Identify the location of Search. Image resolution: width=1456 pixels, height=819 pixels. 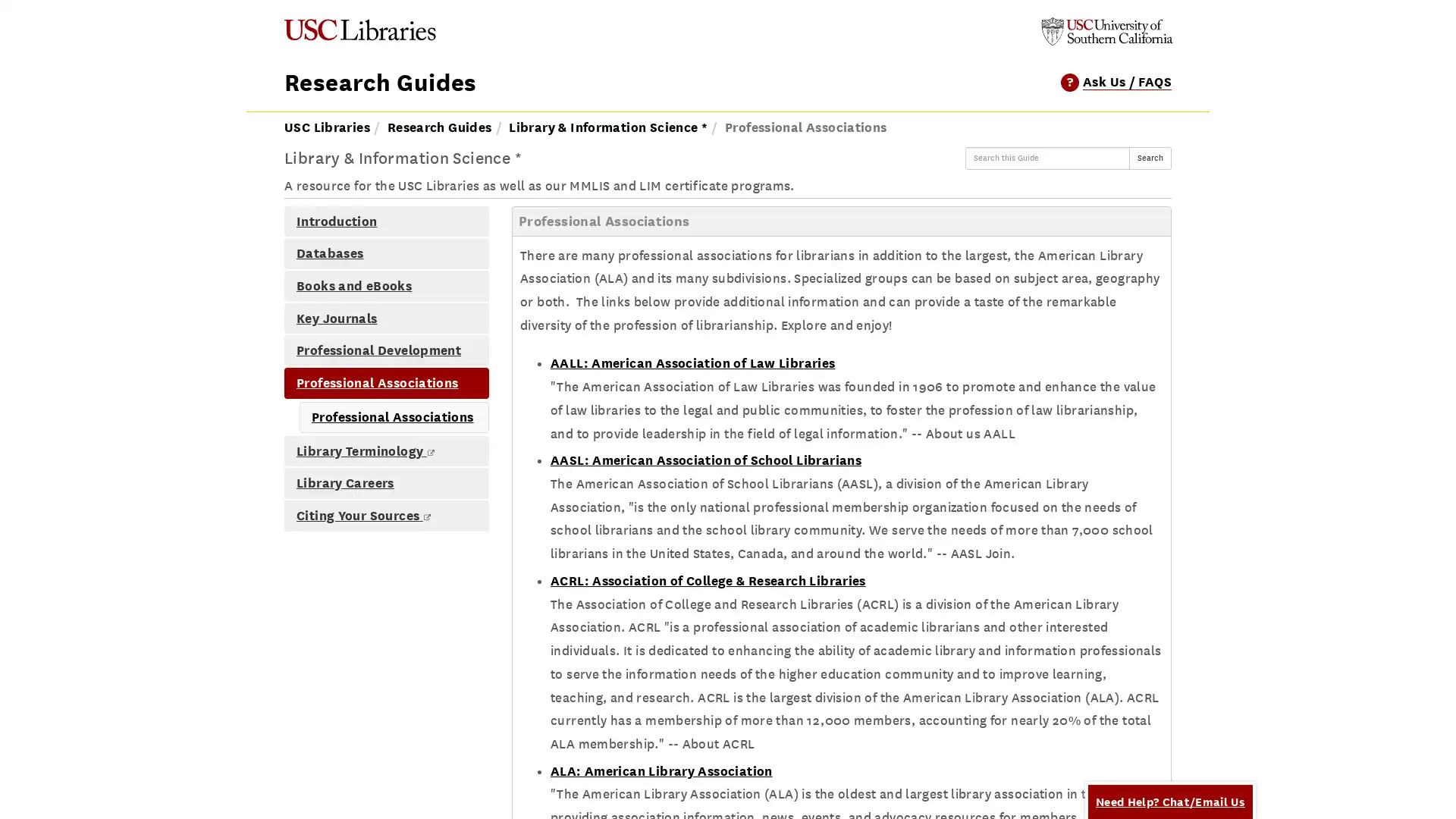
(1150, 158).